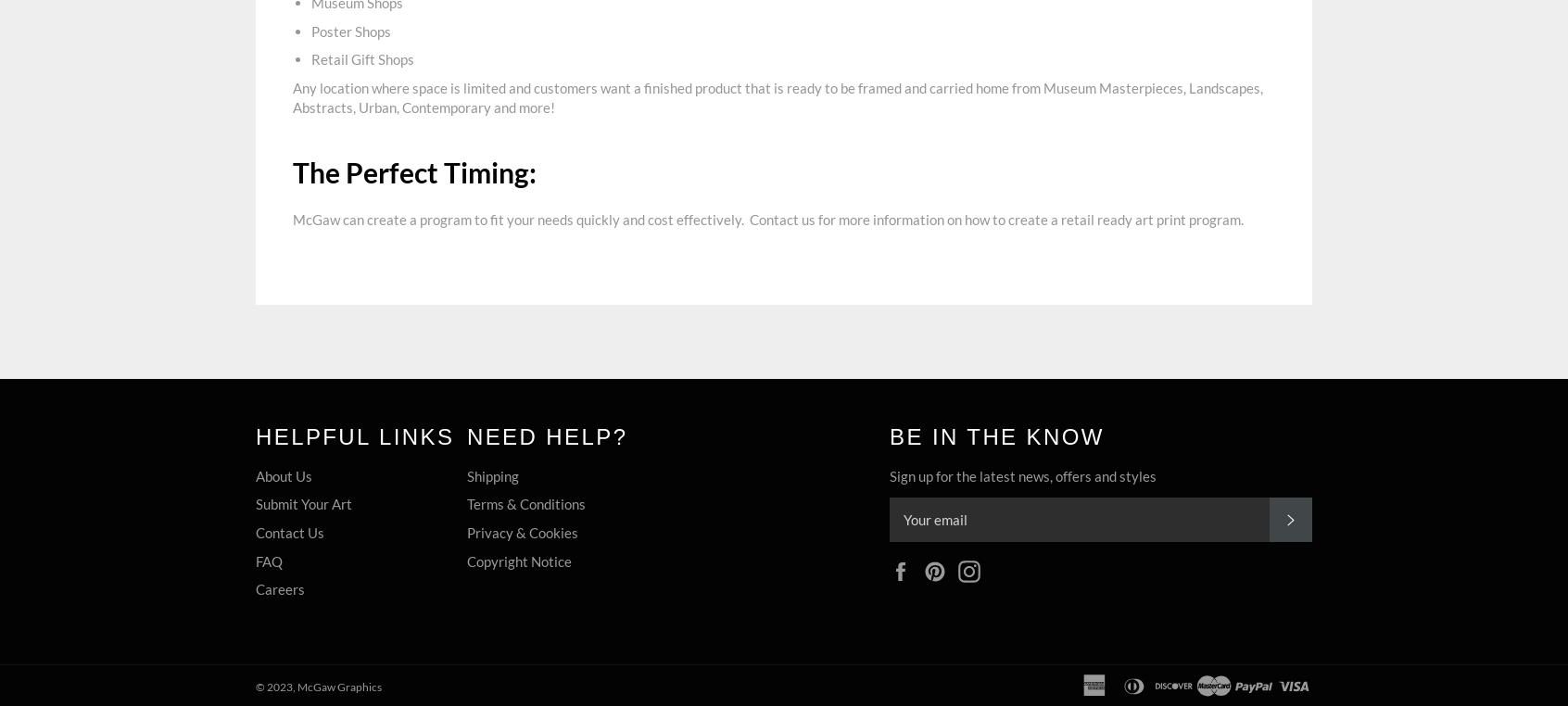 The height and width of the screenshot is (706, 1568). Describe the element at coordinates (351, 29) in the screenshot. I see `'Poster Shops'` at that location.